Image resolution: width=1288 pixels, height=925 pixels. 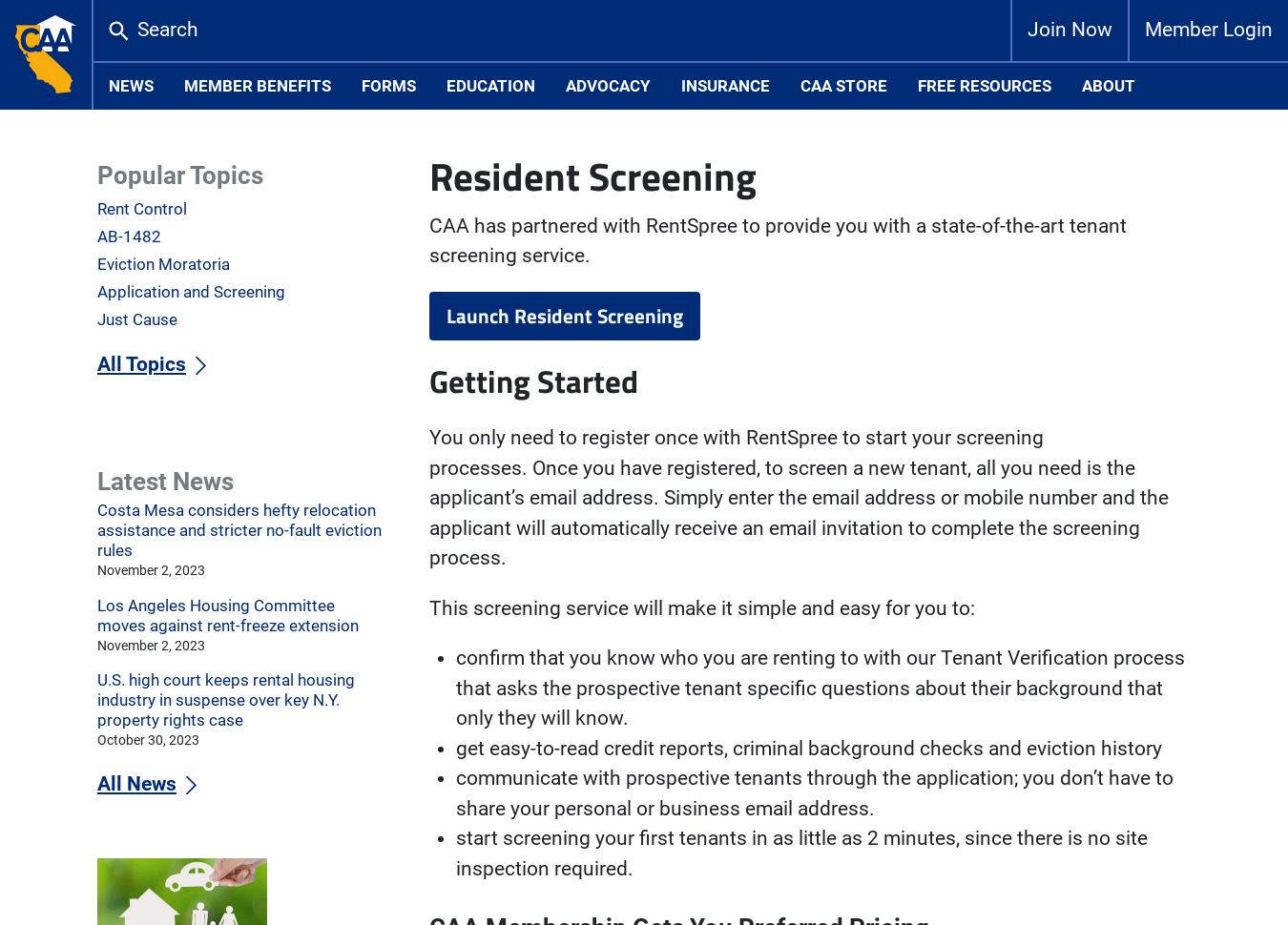 What do you see at coordinates (731, 147) in the screenshot?
I see `'Credit Report & Credit Score, including identity verification: $16.00'` at bounding box center [731, 147].